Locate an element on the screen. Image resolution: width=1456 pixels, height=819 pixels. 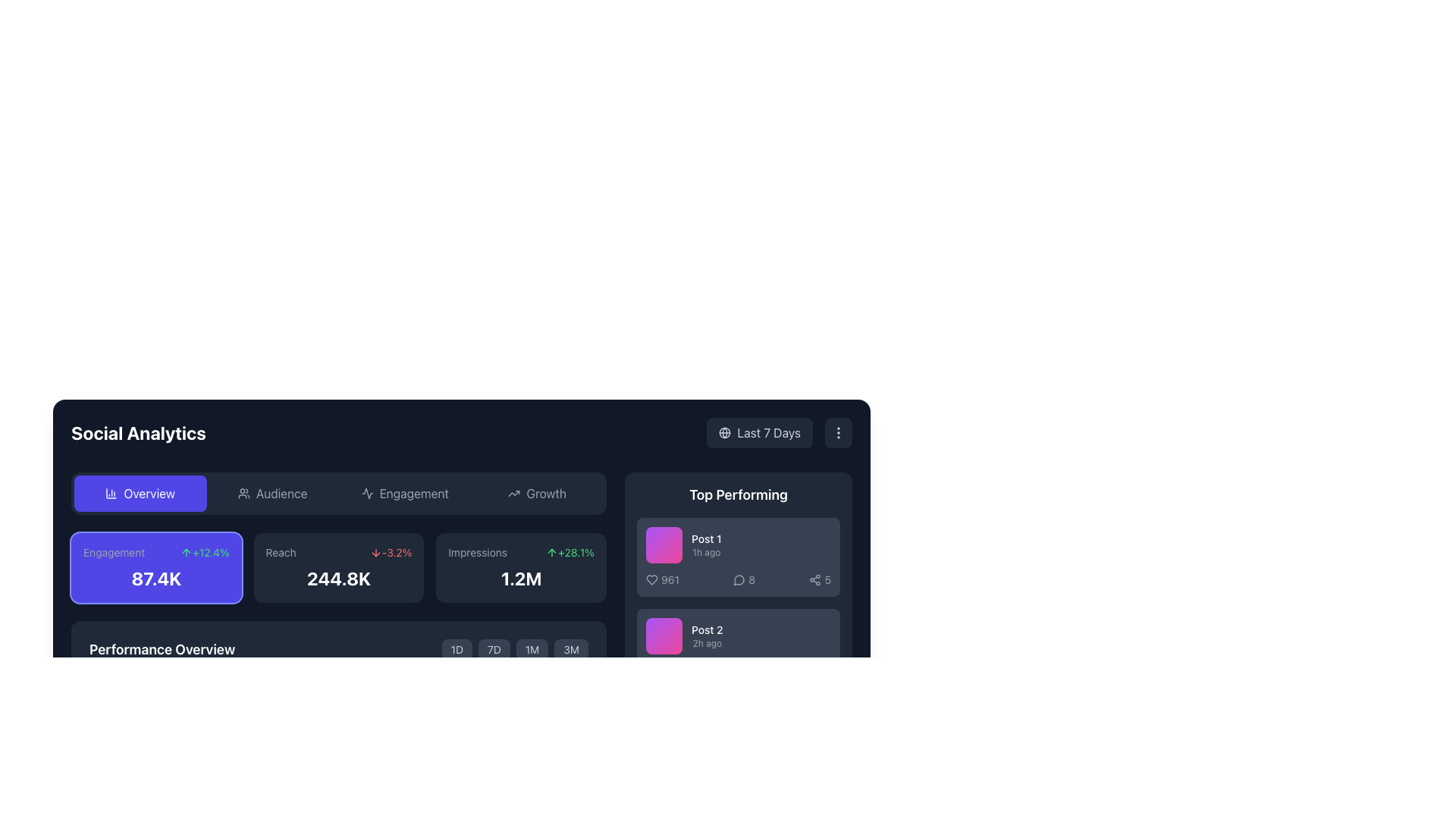
globe icon located to the left of the 'Last 7 Days' button at the top-right corner of the layout is located at coordinates (724, 432).